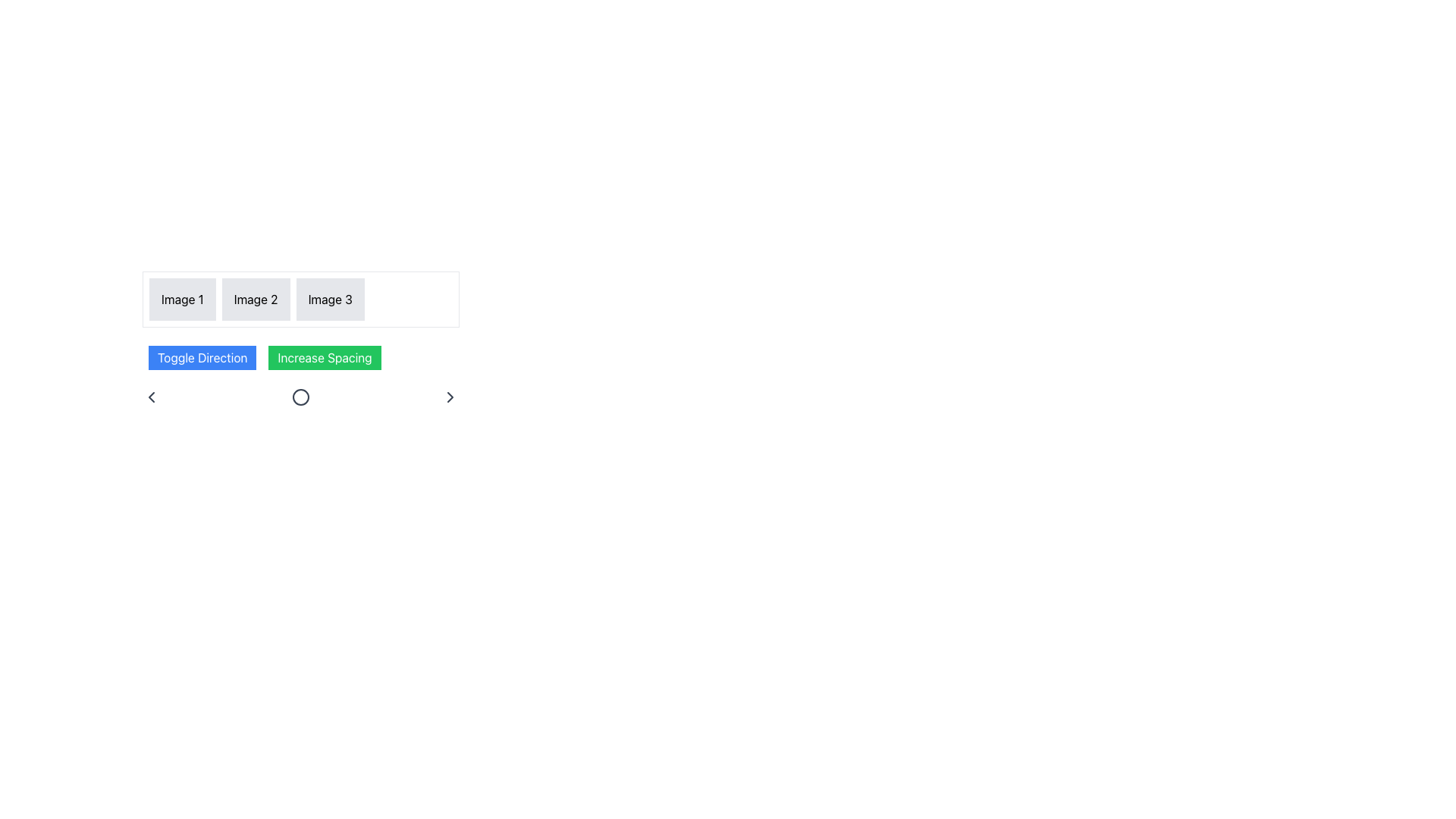  I want to click on the composite UI control panel element, so click(301, 372).